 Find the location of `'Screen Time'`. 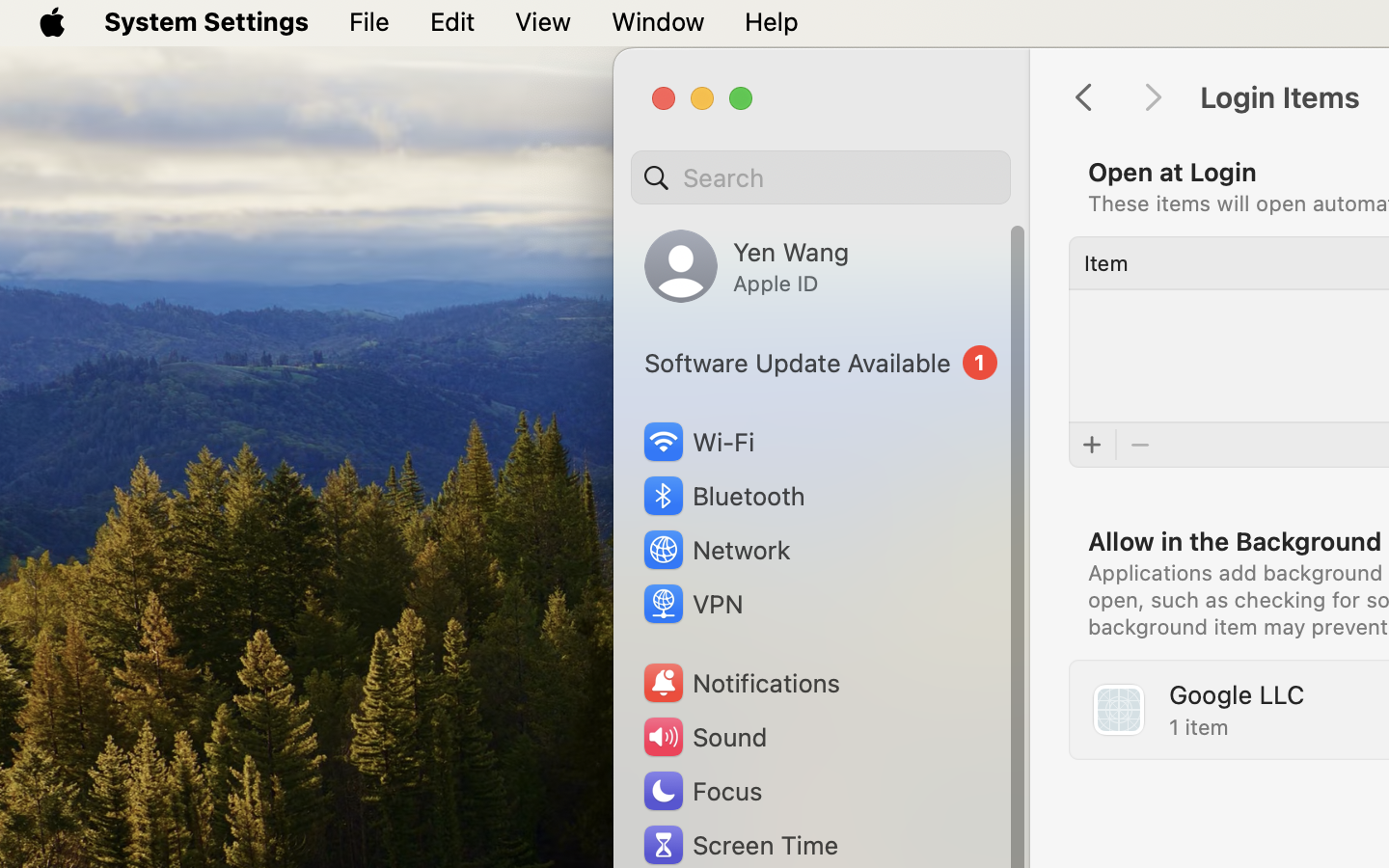

'Screen Time' is located at coordinates (738, 844).